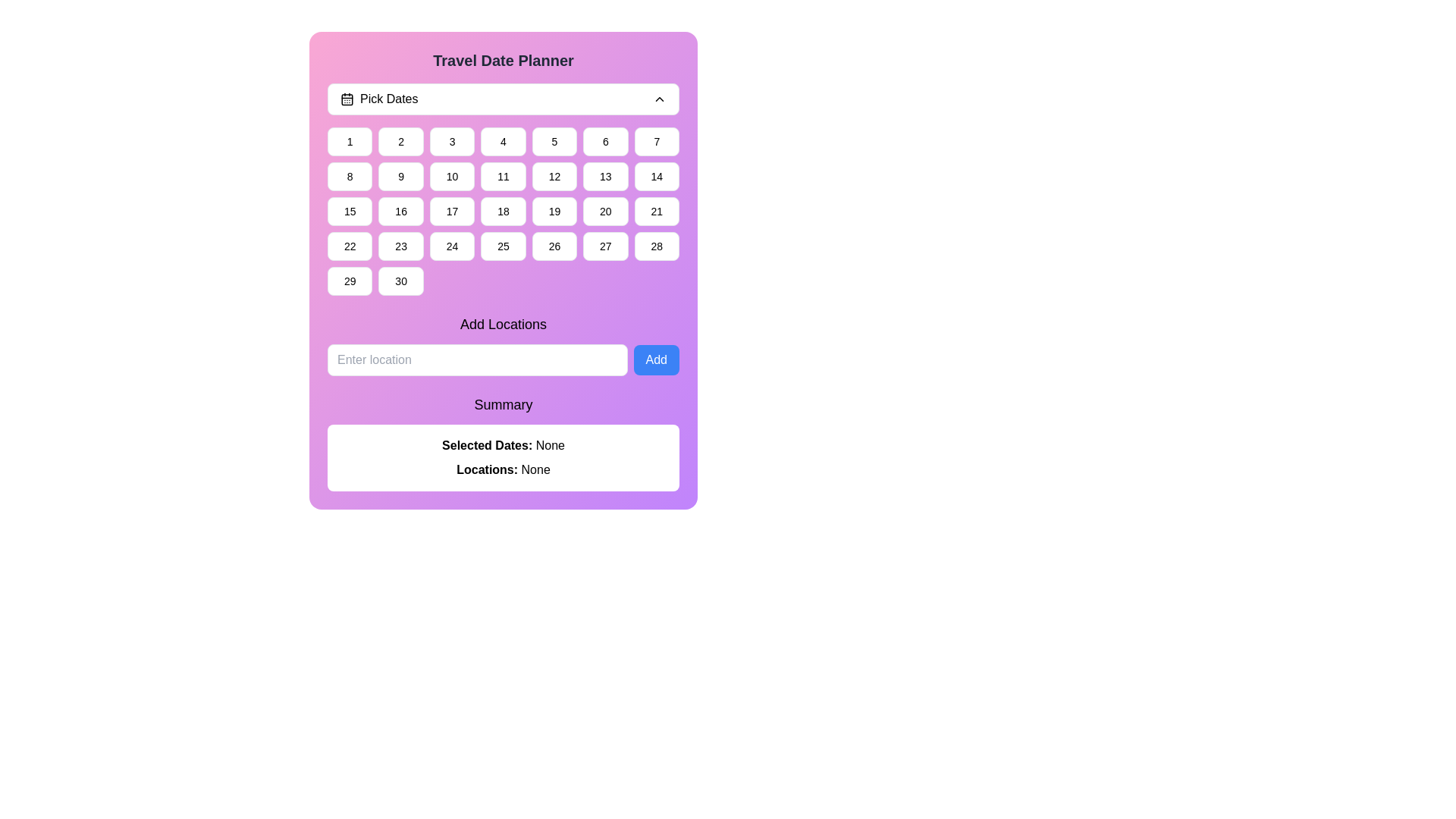  I want to click on the button displaying the number '4' in bold black font, located in the first row of buttons below the title 'Travel Date Planner', so click(503, 141).